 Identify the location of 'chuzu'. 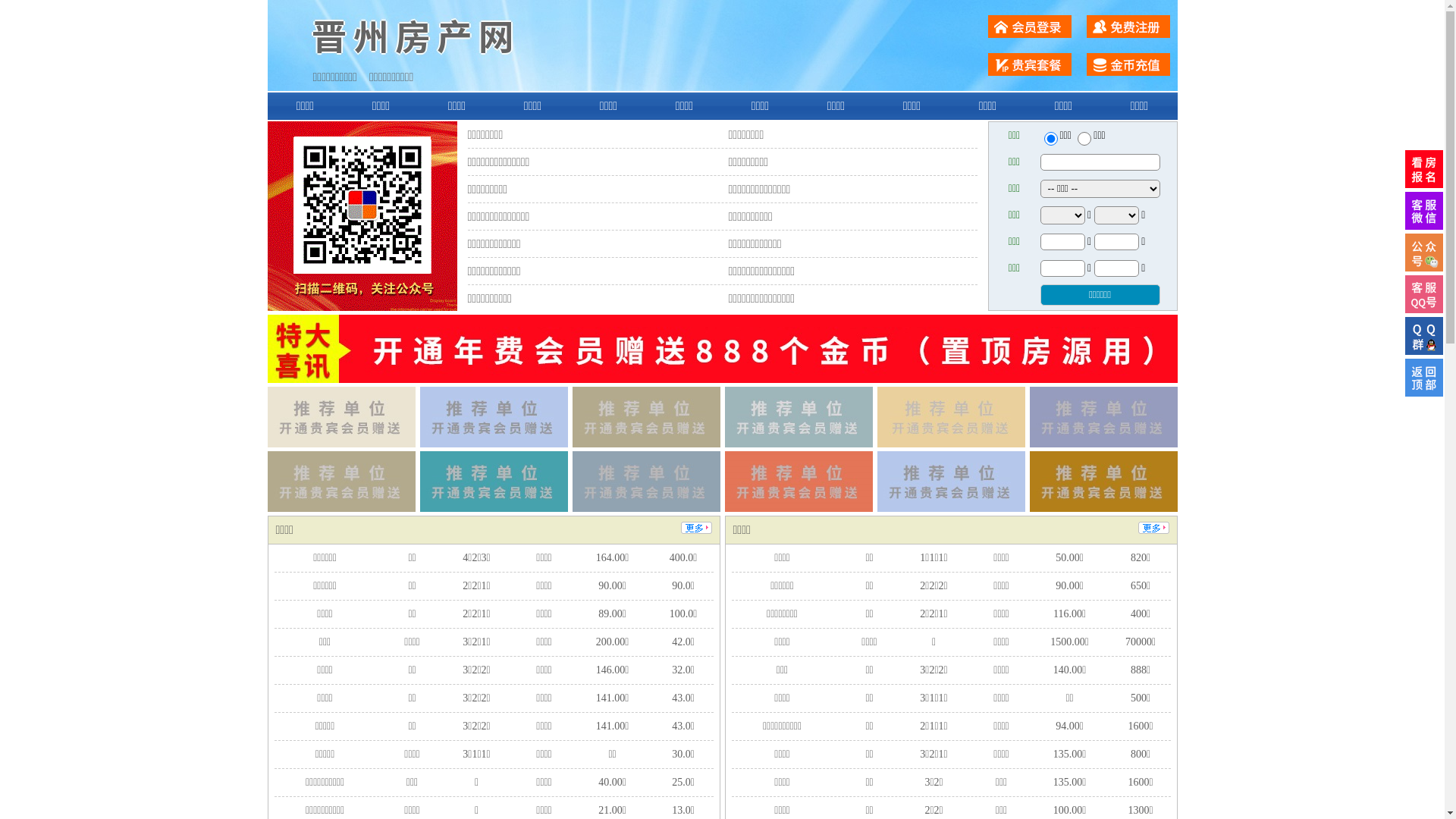
(1084, 138).